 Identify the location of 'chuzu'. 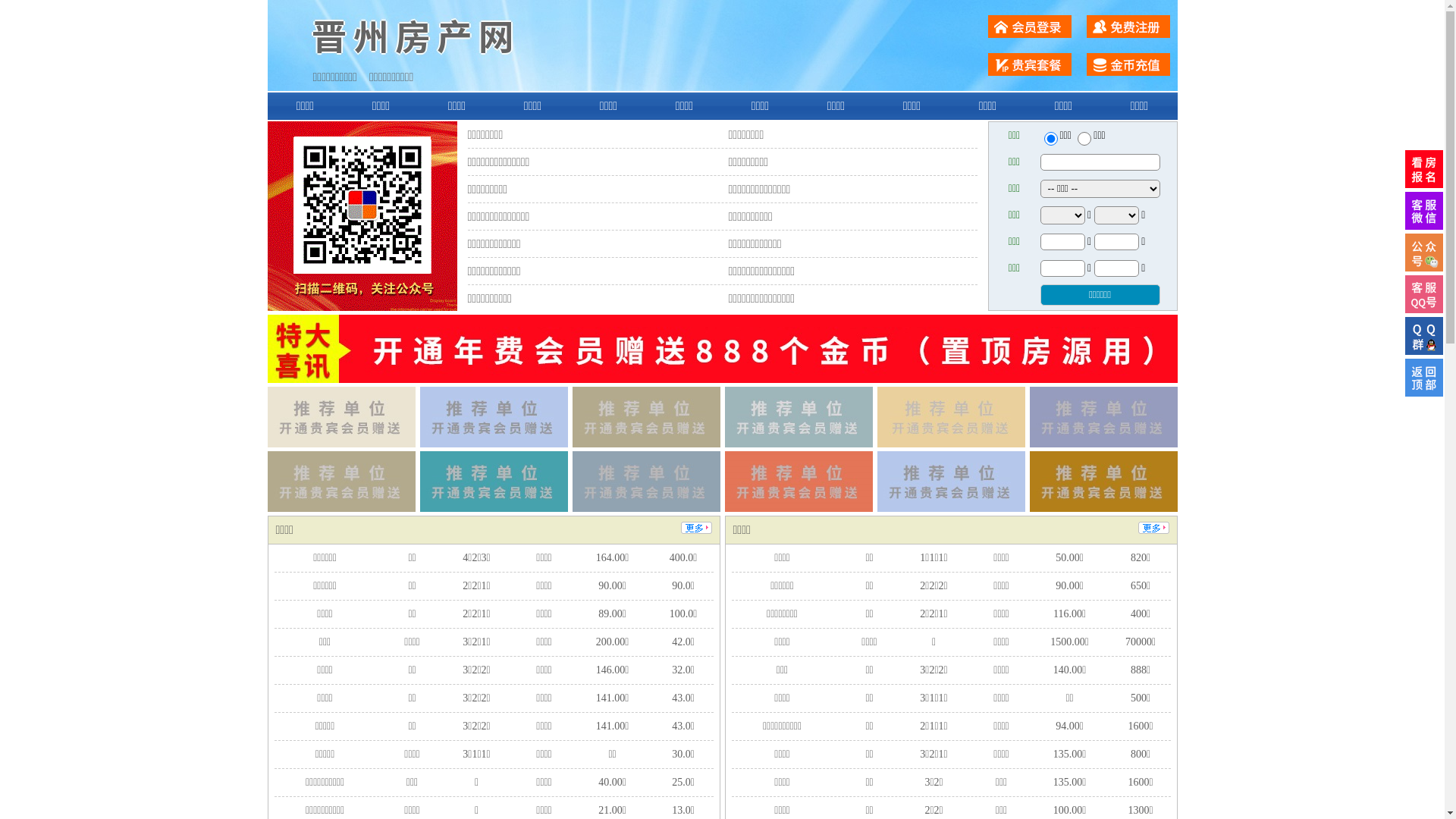
(1084, 138).